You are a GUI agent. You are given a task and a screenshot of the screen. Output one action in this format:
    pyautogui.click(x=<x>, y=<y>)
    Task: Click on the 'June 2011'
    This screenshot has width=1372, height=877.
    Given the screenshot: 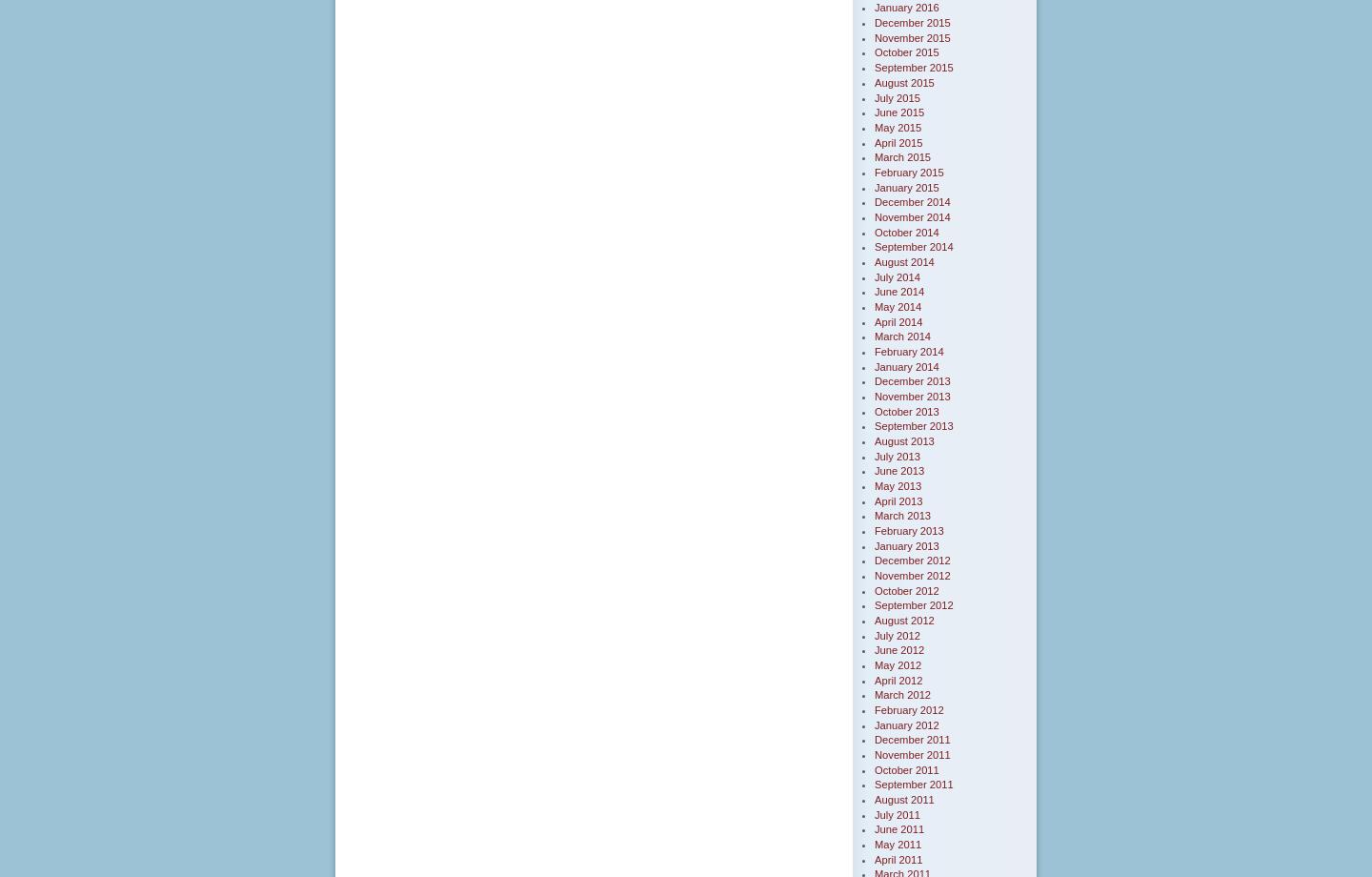 What is the action you would take?
    pyautogui.click(x=899, y=828)
    